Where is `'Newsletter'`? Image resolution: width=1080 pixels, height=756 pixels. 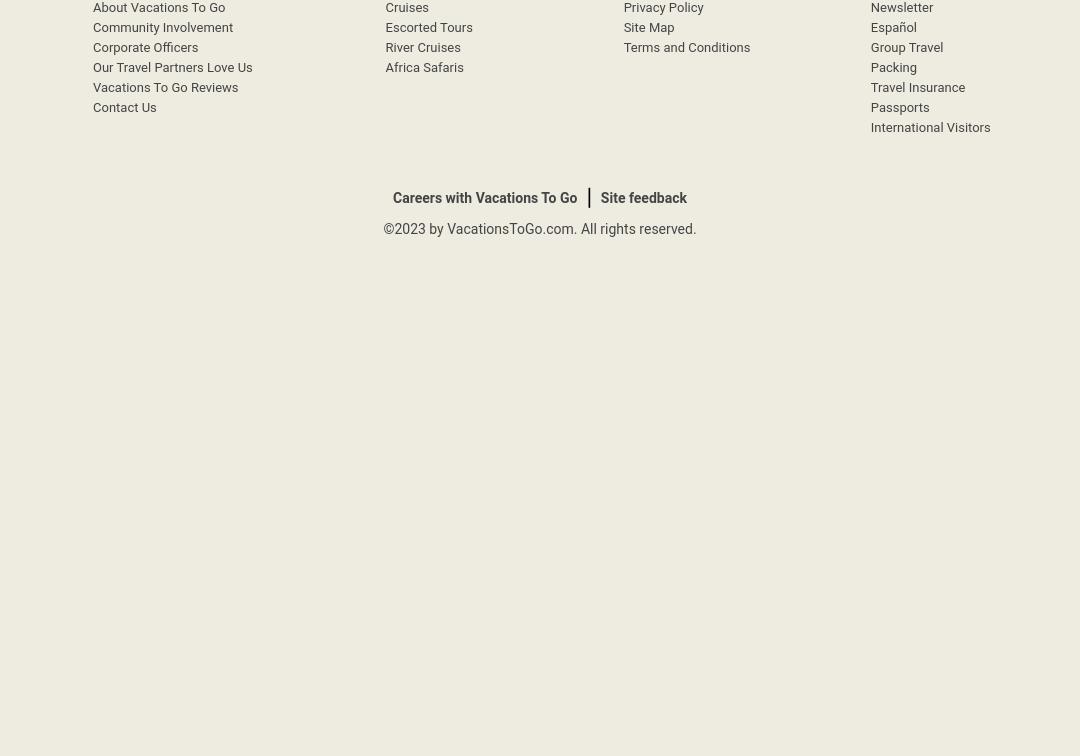 'Newsletter' is located at coordinates (901, 7).